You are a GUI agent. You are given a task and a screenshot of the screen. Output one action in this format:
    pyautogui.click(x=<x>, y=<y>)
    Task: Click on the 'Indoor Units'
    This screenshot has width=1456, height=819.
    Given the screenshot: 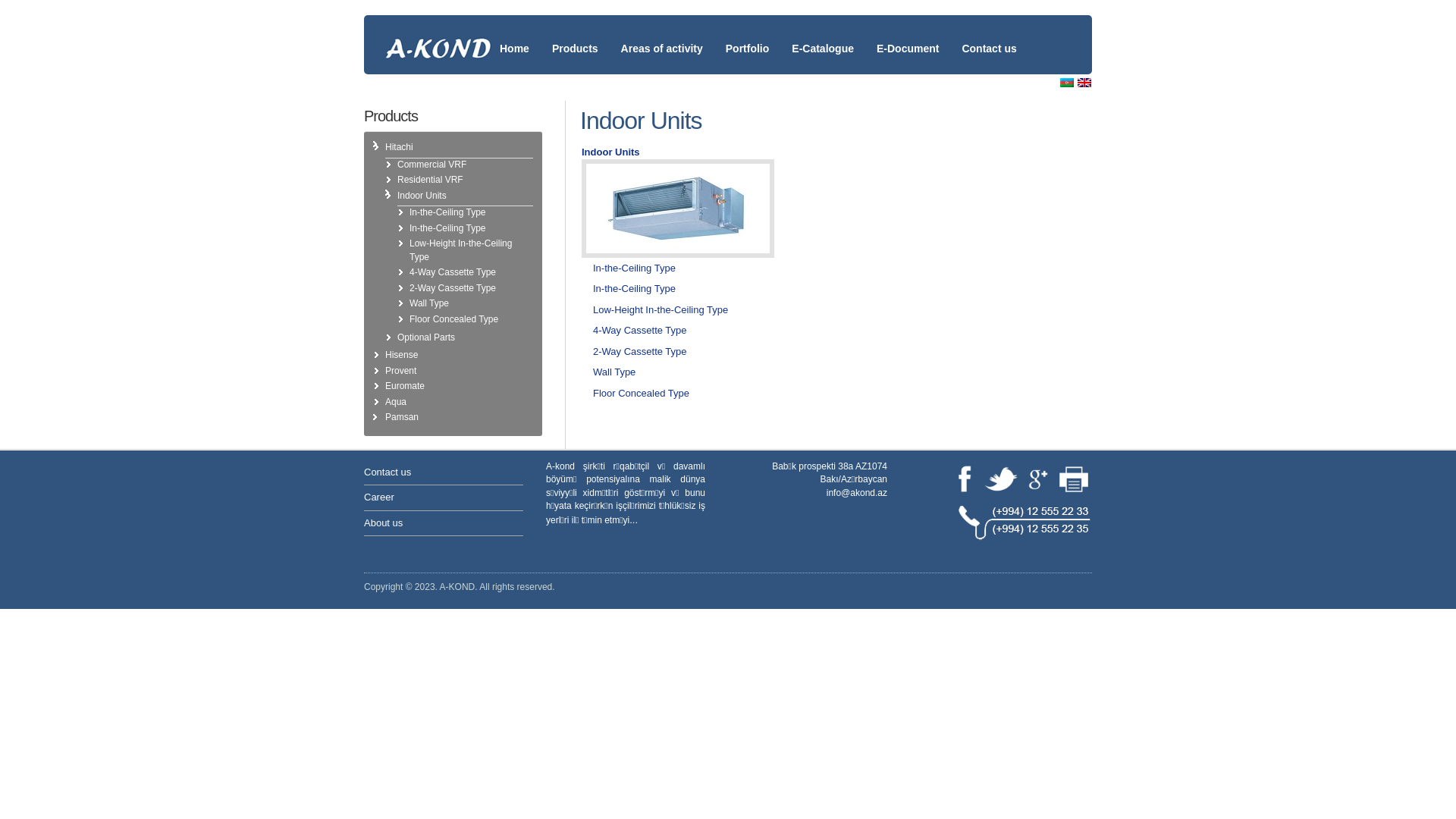 What is the action you would take?
    pyautogui.click(x=676, y=253)
    